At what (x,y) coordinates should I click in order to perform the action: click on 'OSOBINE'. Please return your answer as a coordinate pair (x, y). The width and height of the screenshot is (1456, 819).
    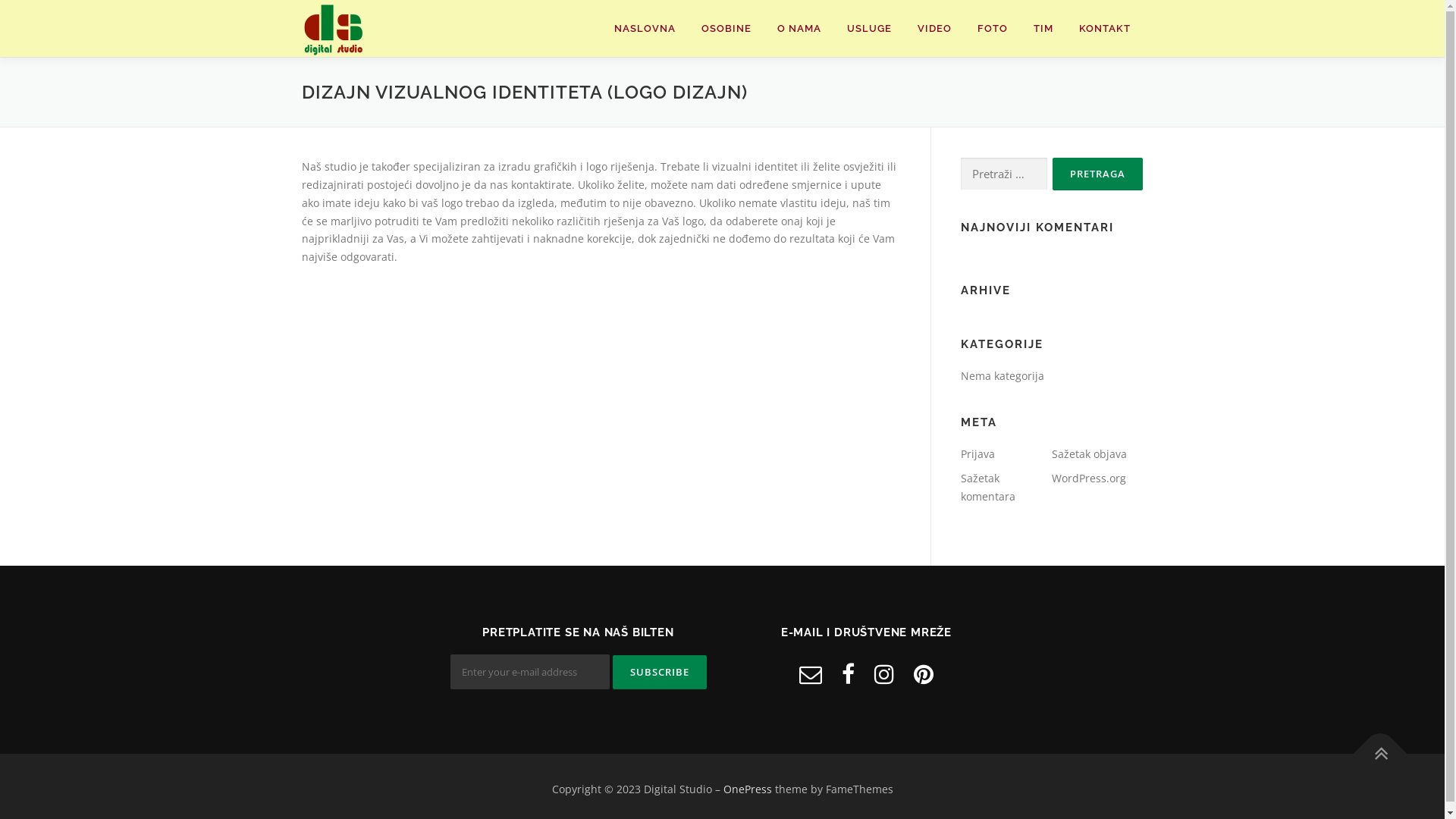
    Looking at the image, I should click on (726, 28).